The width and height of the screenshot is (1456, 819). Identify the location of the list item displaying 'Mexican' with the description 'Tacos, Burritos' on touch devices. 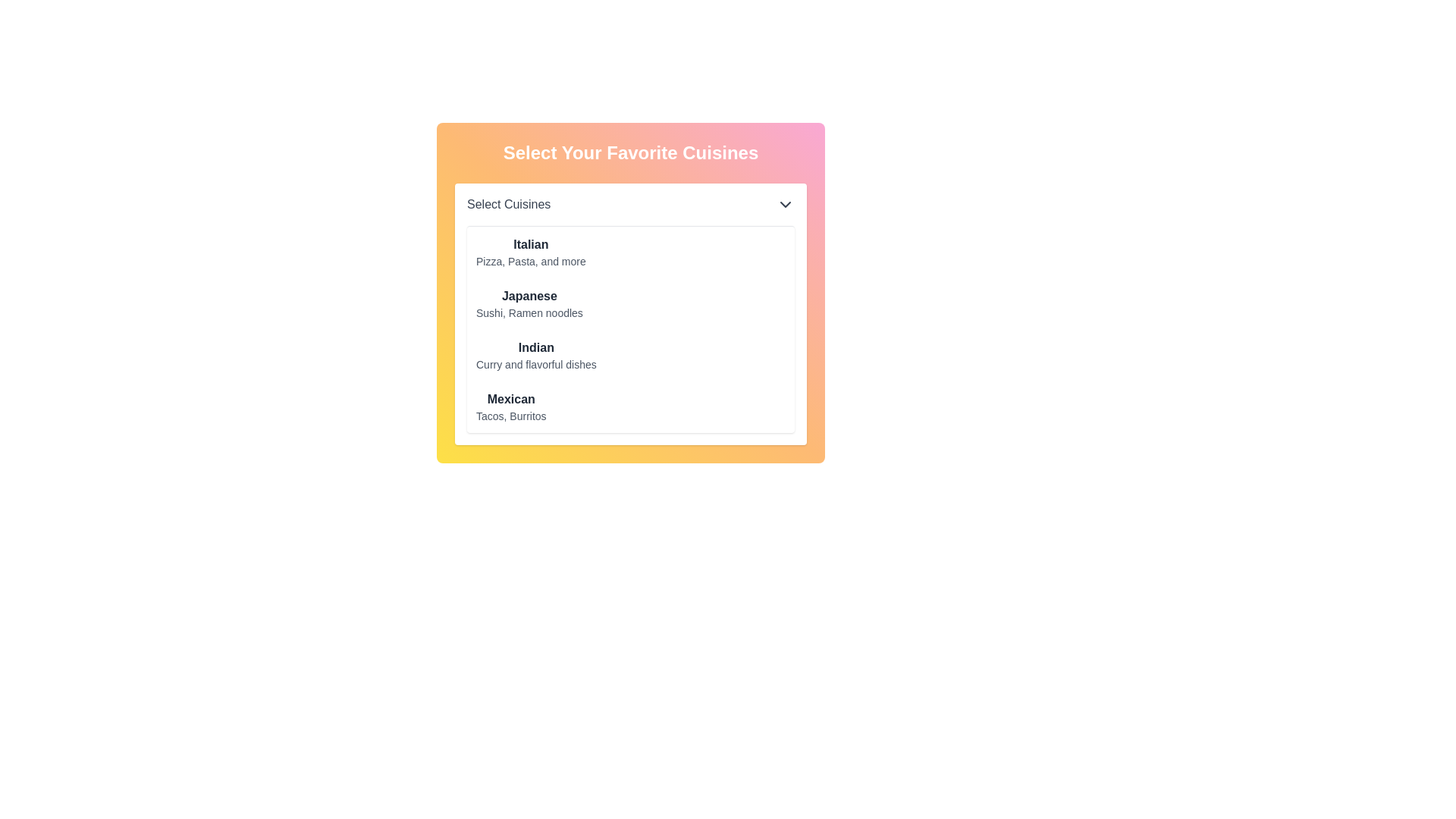
(510, 406).